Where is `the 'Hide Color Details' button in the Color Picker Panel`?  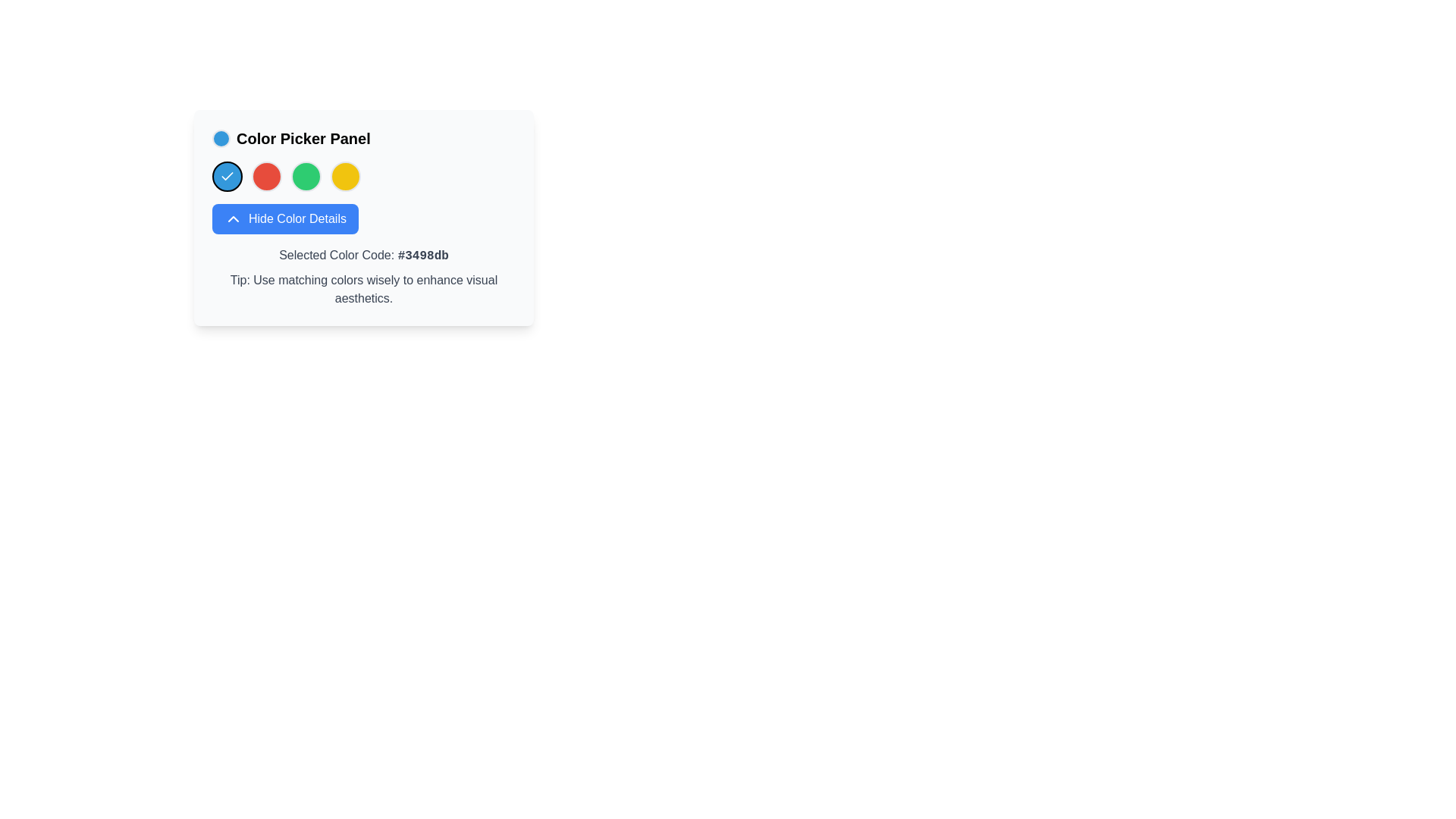 the 'Hide Color Details' button in the Color Picker Panel is located at coordinates (285, 219).